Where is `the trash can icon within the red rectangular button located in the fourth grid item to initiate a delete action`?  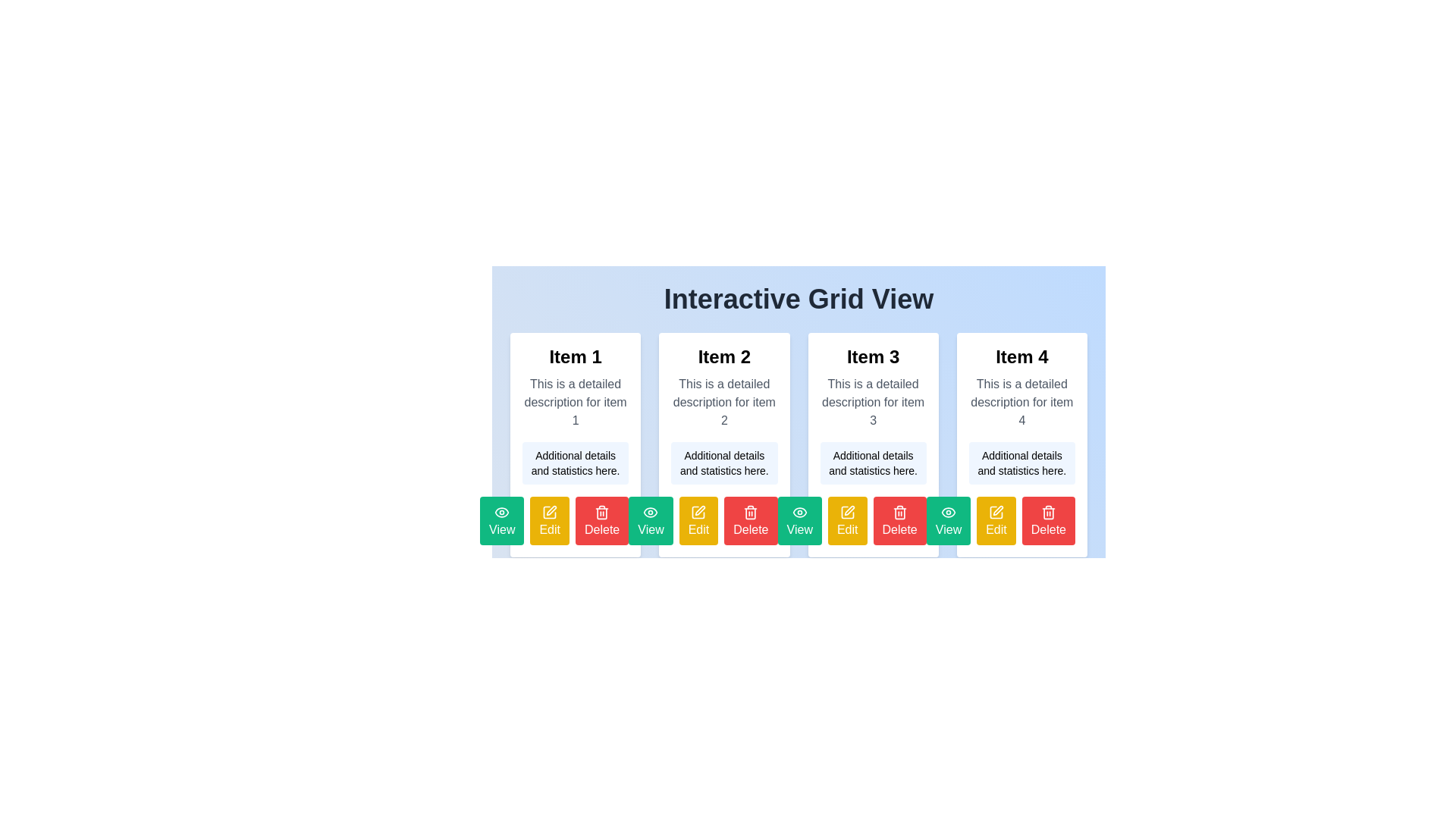 the trash can icon within the red rectangular button located in the fourth grid item to initiate a delete action is located at coordinates (1047, 513).